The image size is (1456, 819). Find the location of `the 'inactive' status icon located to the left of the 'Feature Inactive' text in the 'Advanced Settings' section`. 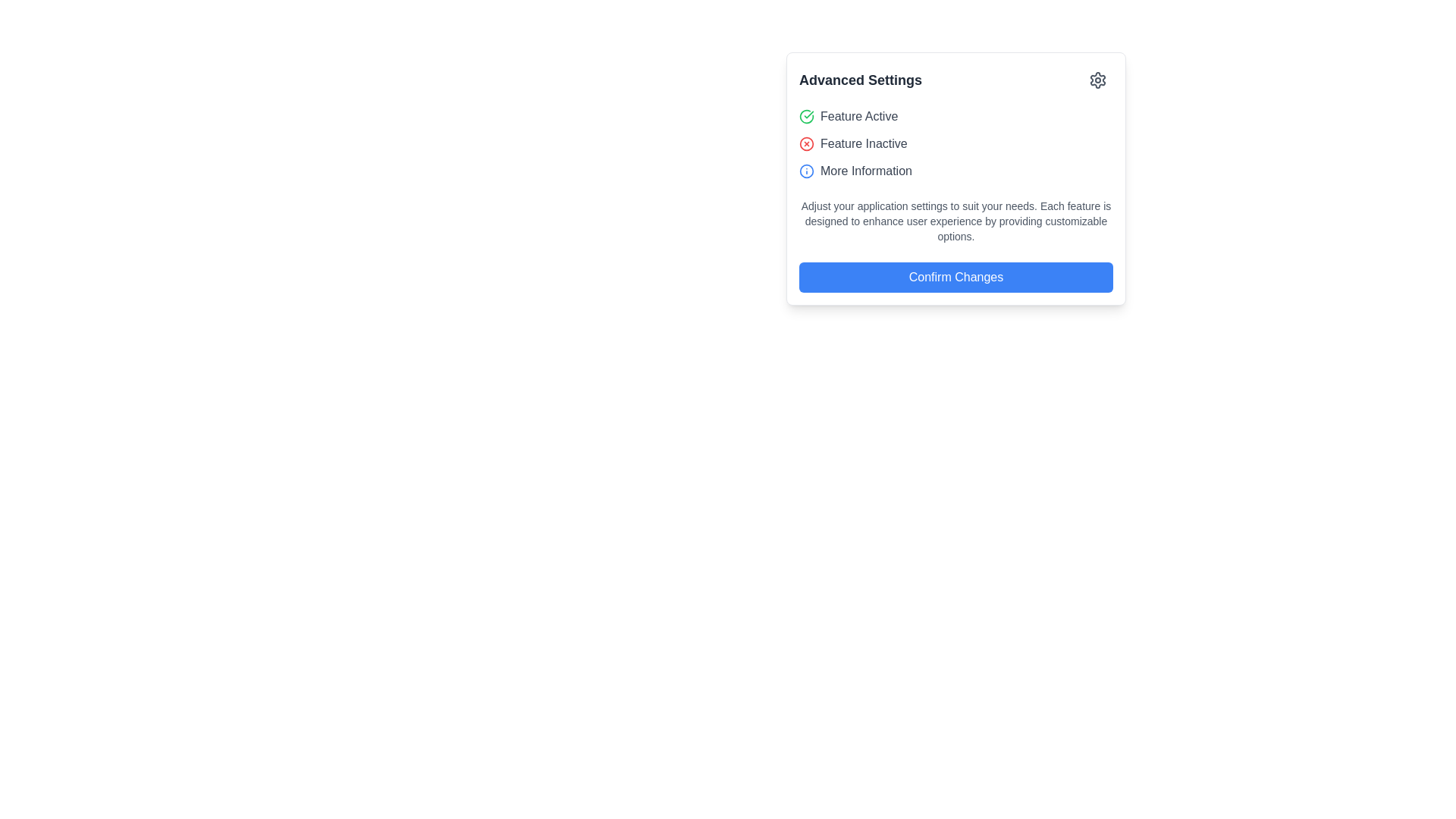

the 'inactive' status icon located to the left of the 'Feature Inactive' text in the 'Advanced Settings' section is located at coordinates (806, 143).